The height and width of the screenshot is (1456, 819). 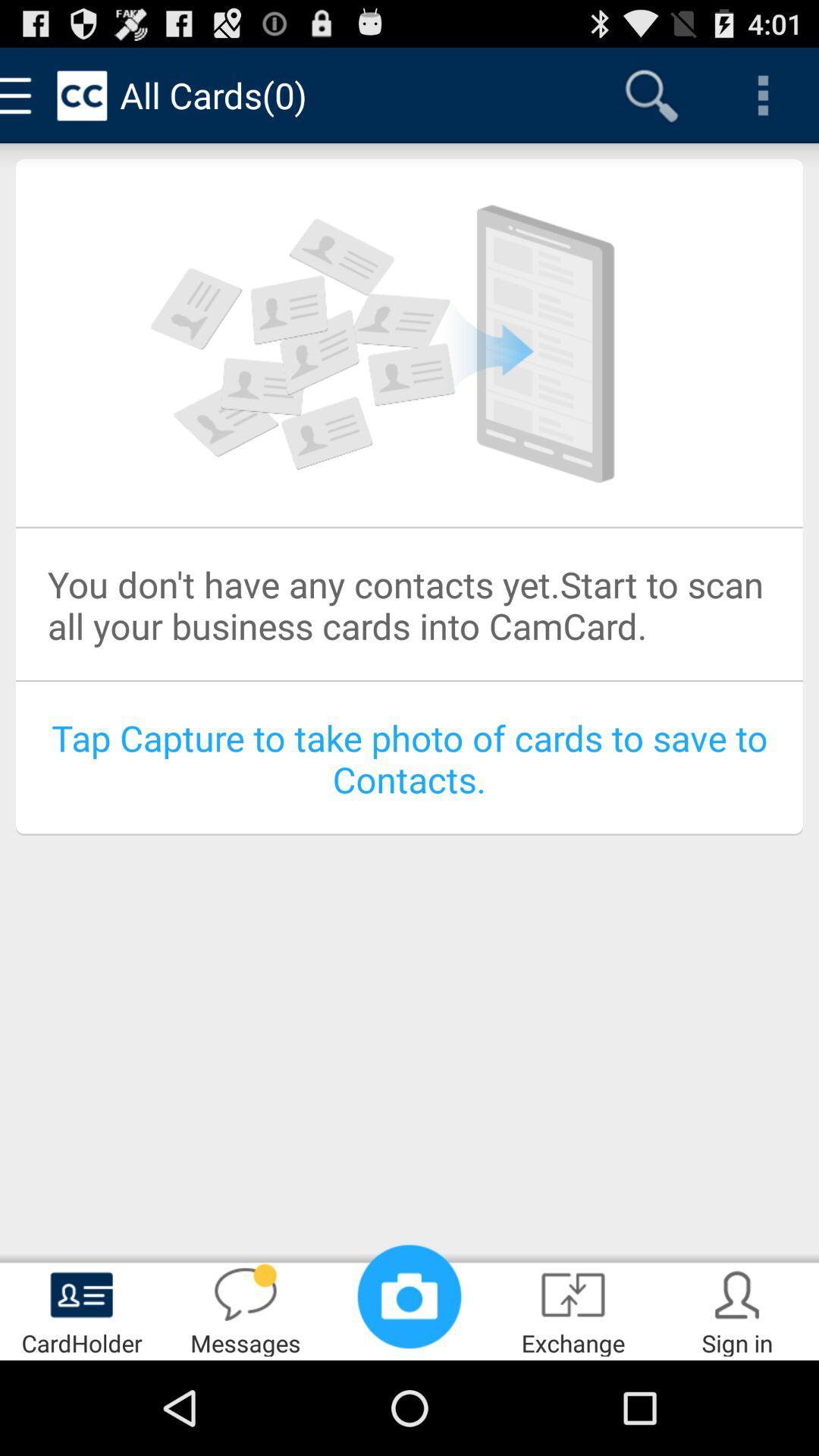 I want to click on the item to the right of cardholder icon, so click(x=245, y=1309).